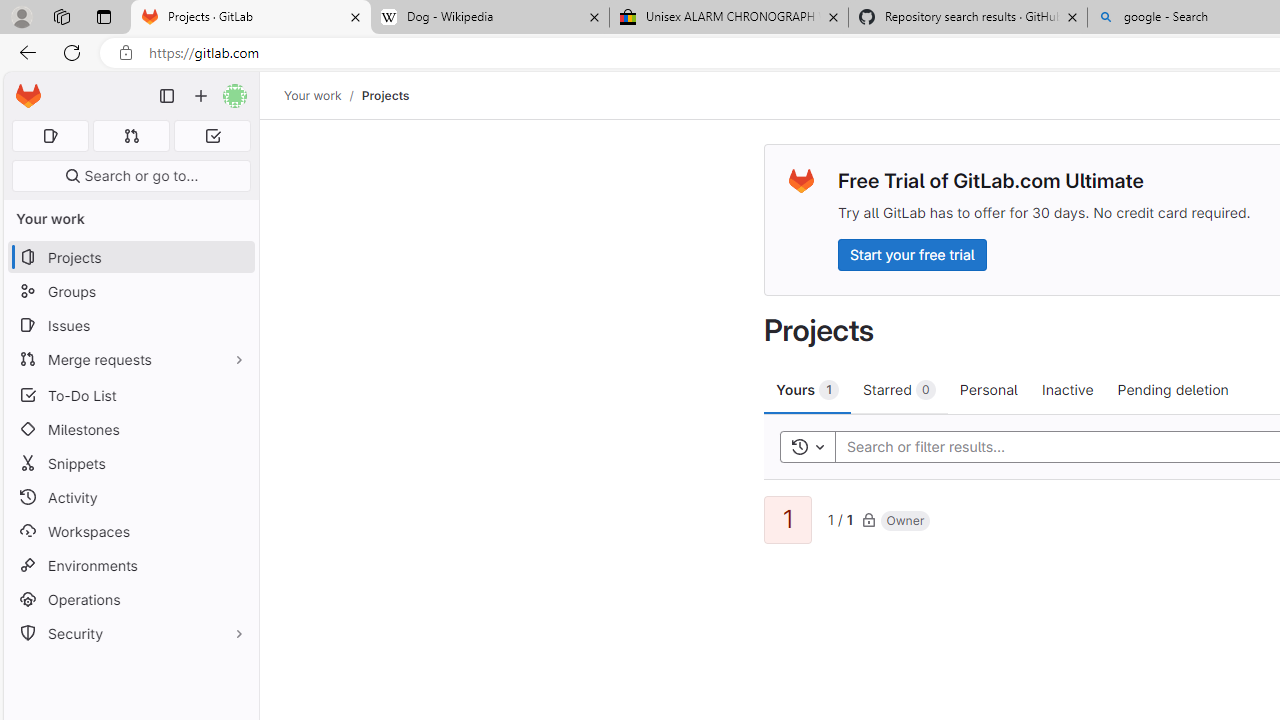 The height and width of the screenshot is (720, 1280). What do you see at coordinates (323, 95) in the screenshot?
I see `'Your work/'` at bounding box center [323, 95].